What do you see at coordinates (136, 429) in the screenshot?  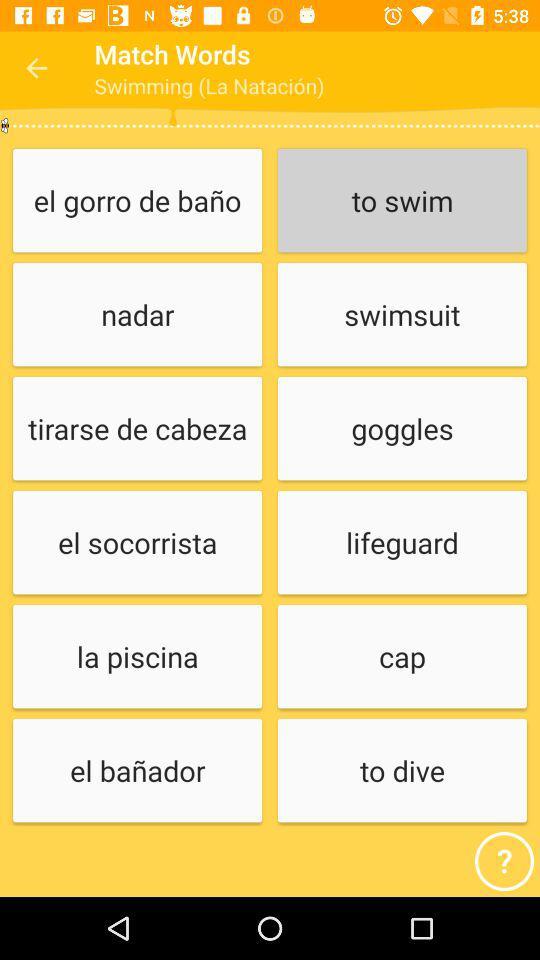 I see `icon above el socorrista` at bounding box center [136, 429].